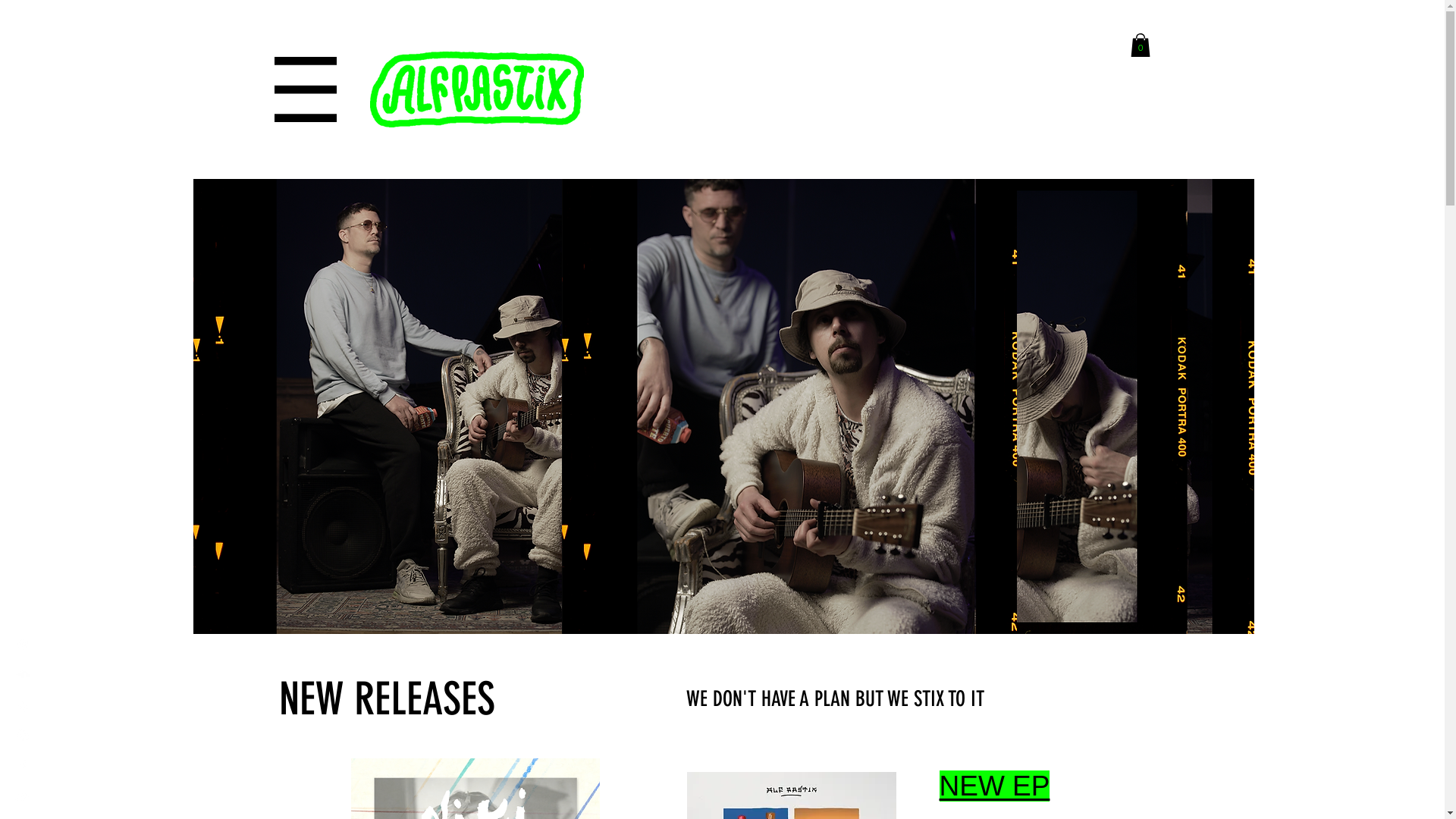 The width and height of the screenshot is (1456, 819). I want to click on '0', so click(1139, 44).